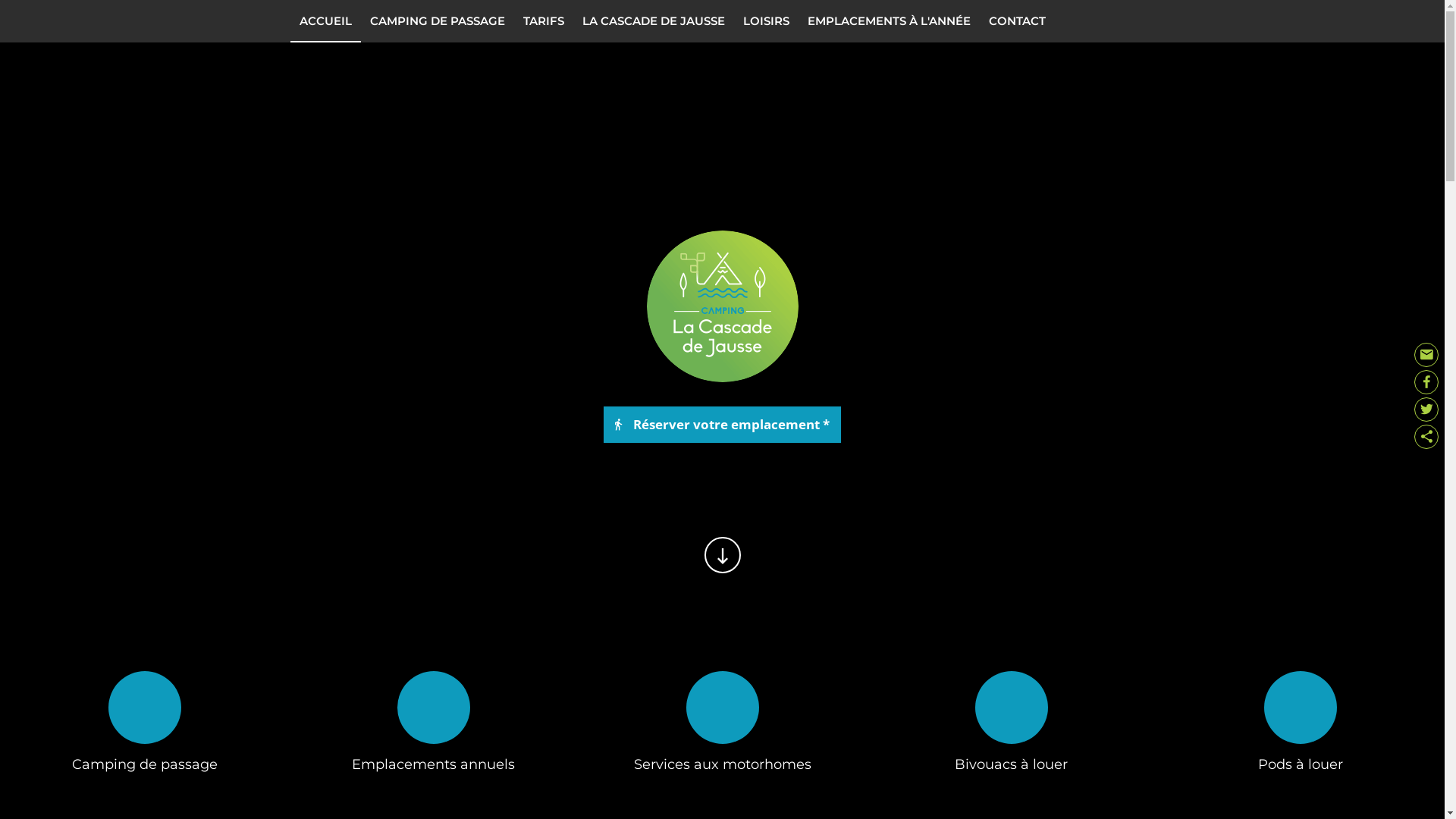  What do you see at coordinates (766, 20) in the screenshot?
I see `'LOISIRS'` at bounding box center [766, 20].